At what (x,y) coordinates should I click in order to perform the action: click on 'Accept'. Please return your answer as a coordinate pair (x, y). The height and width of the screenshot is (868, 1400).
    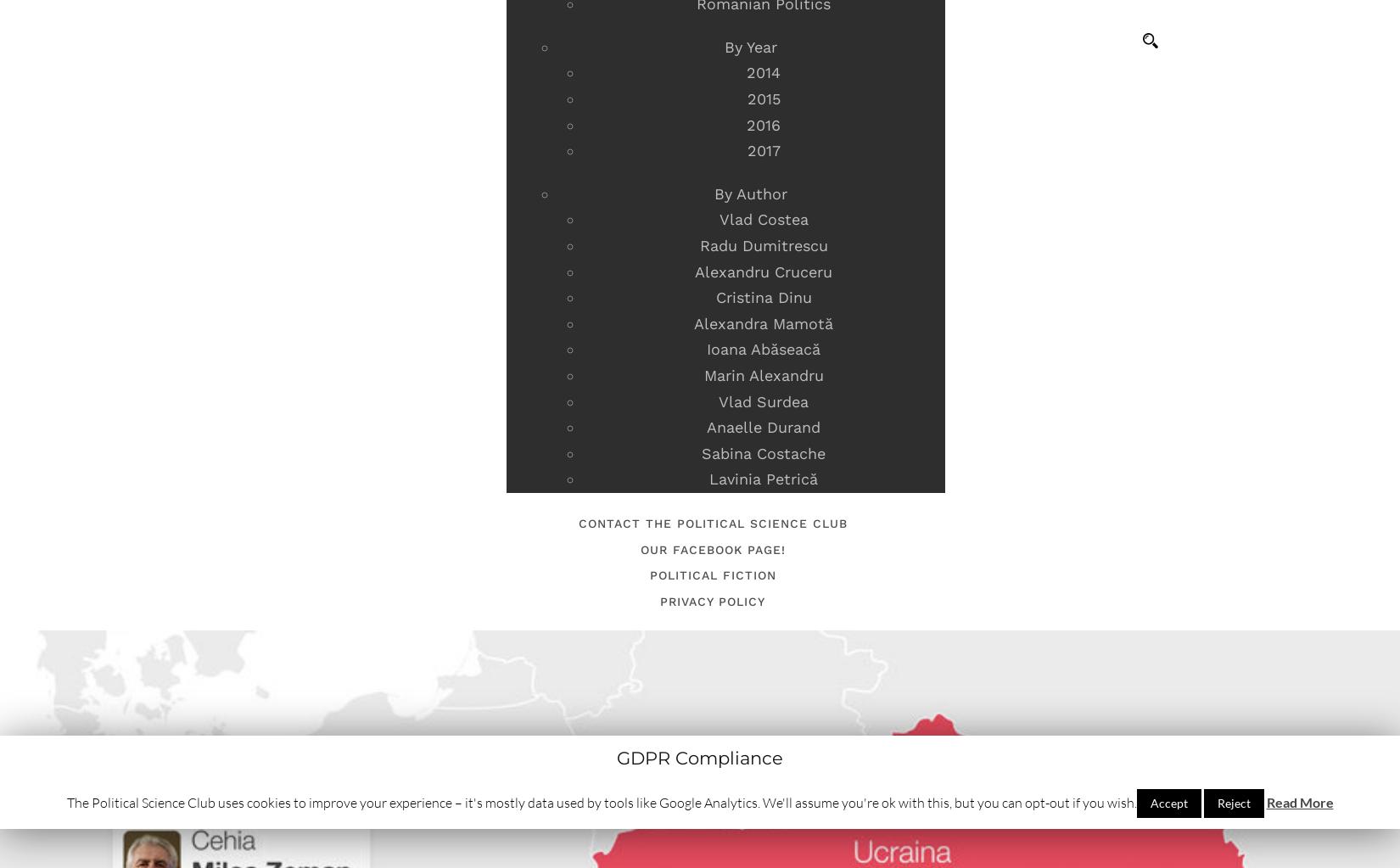
    Looking at the image, I should click on (1167, 803).